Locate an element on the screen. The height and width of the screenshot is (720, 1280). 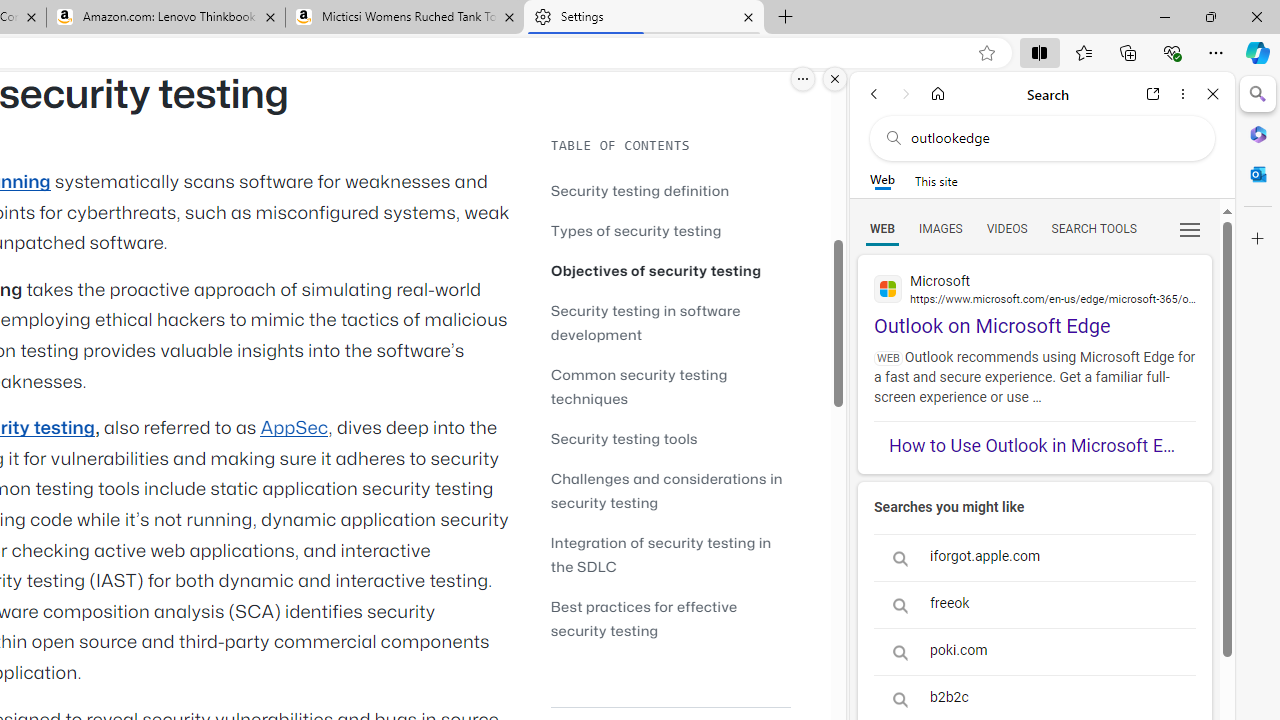
'AppSec' is located at coordinates (293, 427).